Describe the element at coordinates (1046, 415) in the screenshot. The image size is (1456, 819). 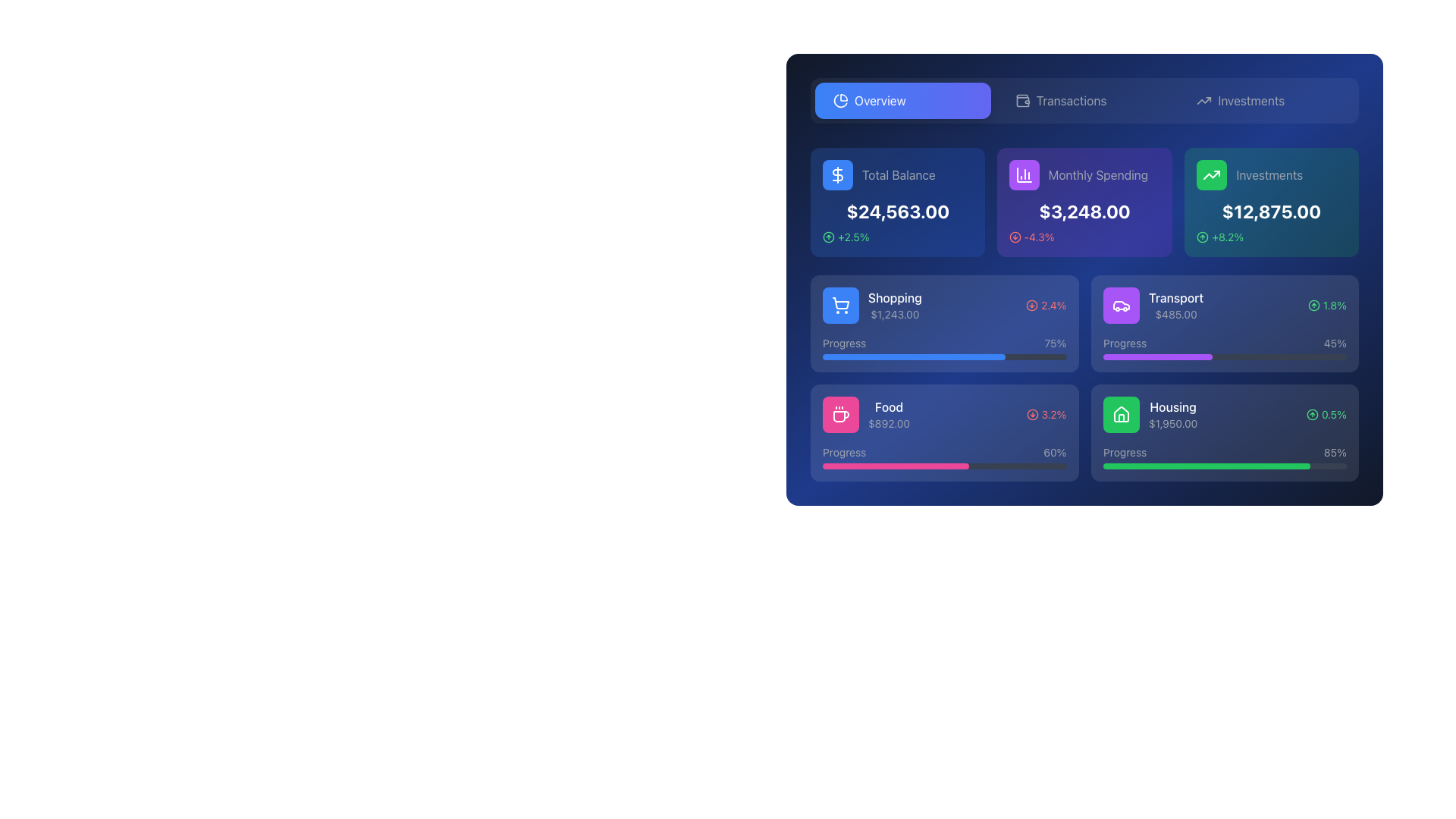
I see `the informational label with a percentage decrease indicator located in the top-right corner of the 'Food' card, right next to the monetary value '$892.00'` at that location.